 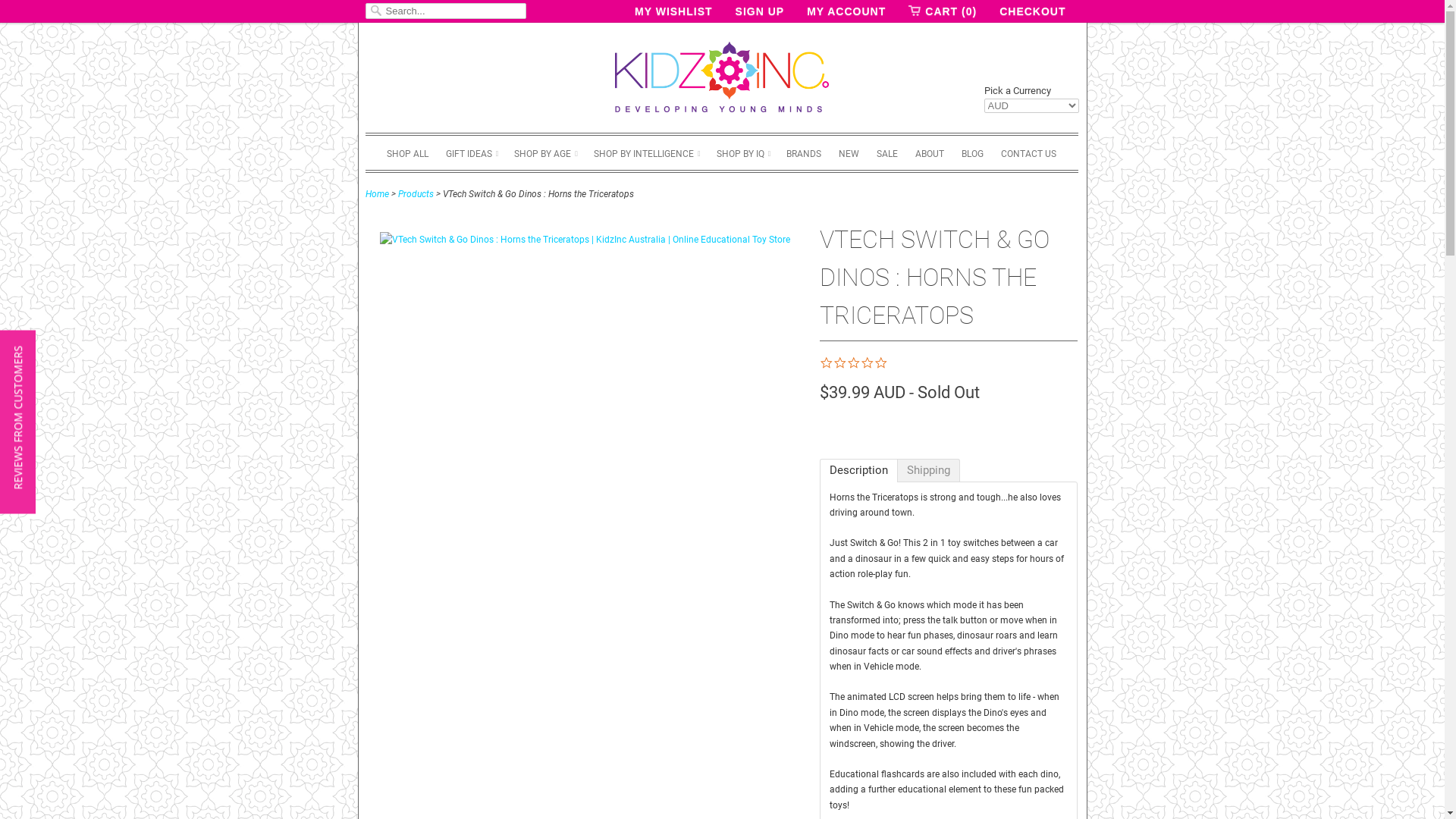 What do you see at coordinates (846, 11) in the screenshot?
I see `'MY ACCOUNT'` at bounding box center [846, 11].